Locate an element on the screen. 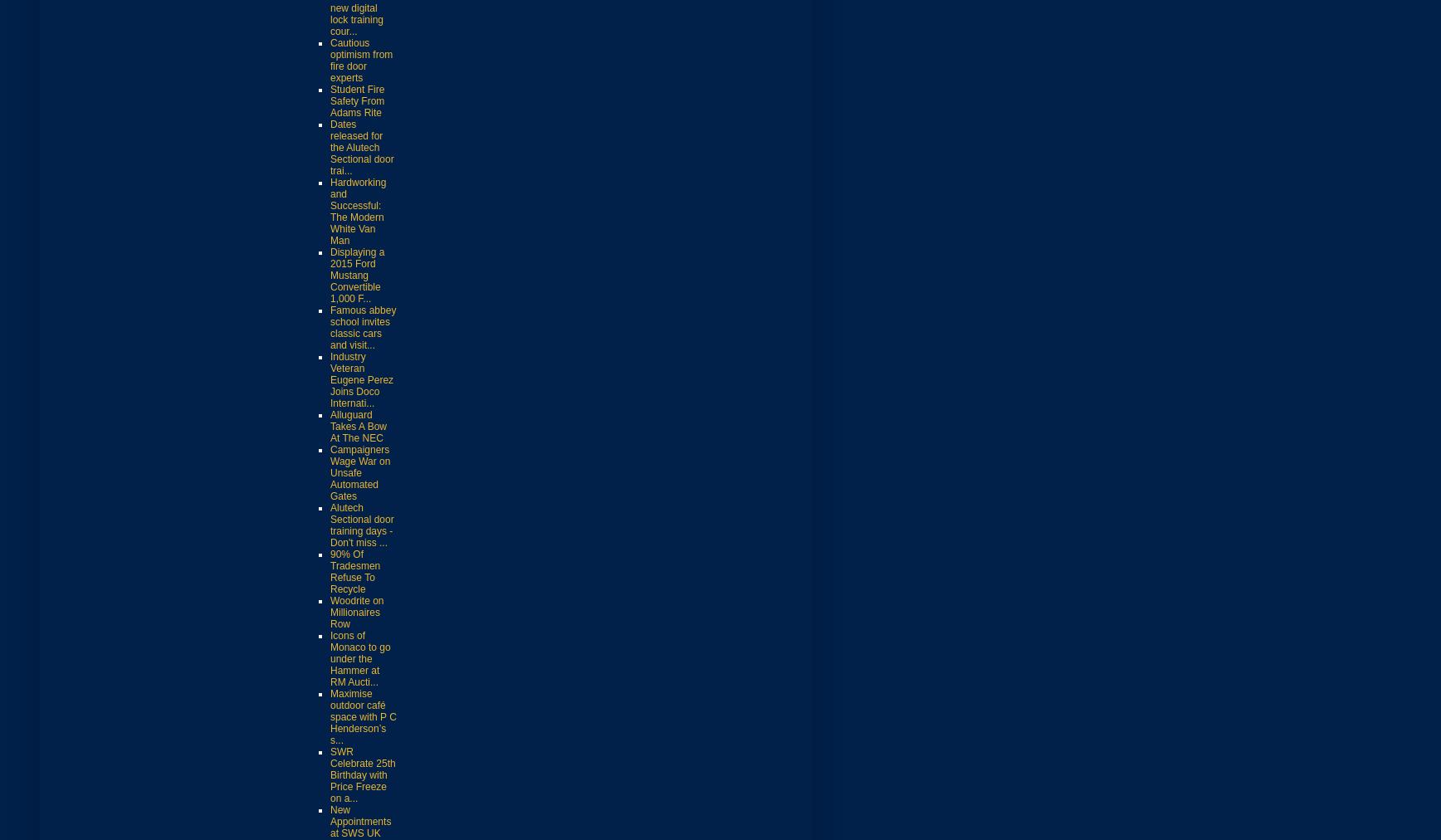 This screenshot has height=840, width=1441. 'Woodrite on Millionaires Row' is located at coordinates (357, 612).